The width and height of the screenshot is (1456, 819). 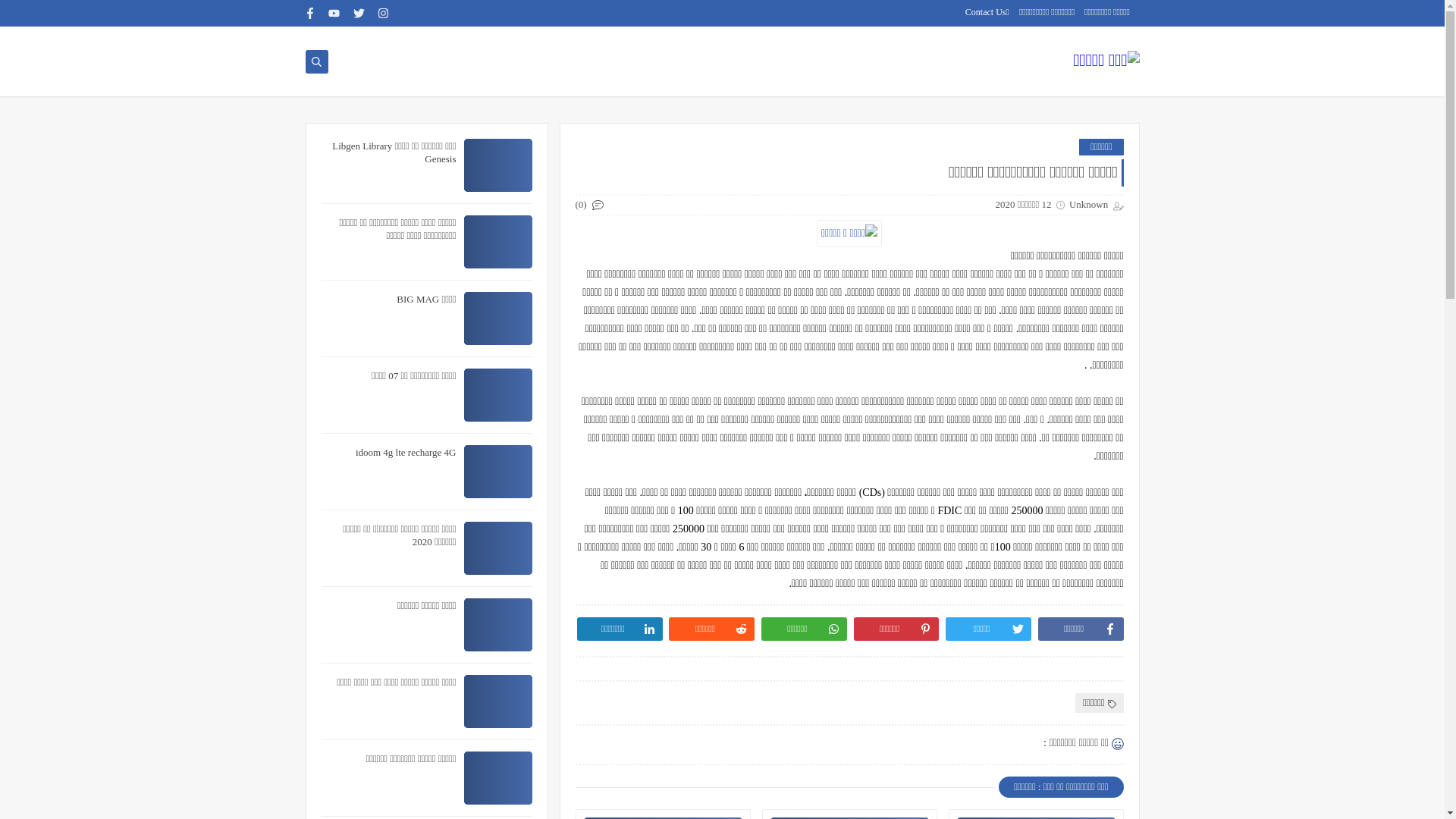 What do you see at coordinates (333, 13) in the screenshot?
I see `'youtube'` at bounding box center [333, 13].